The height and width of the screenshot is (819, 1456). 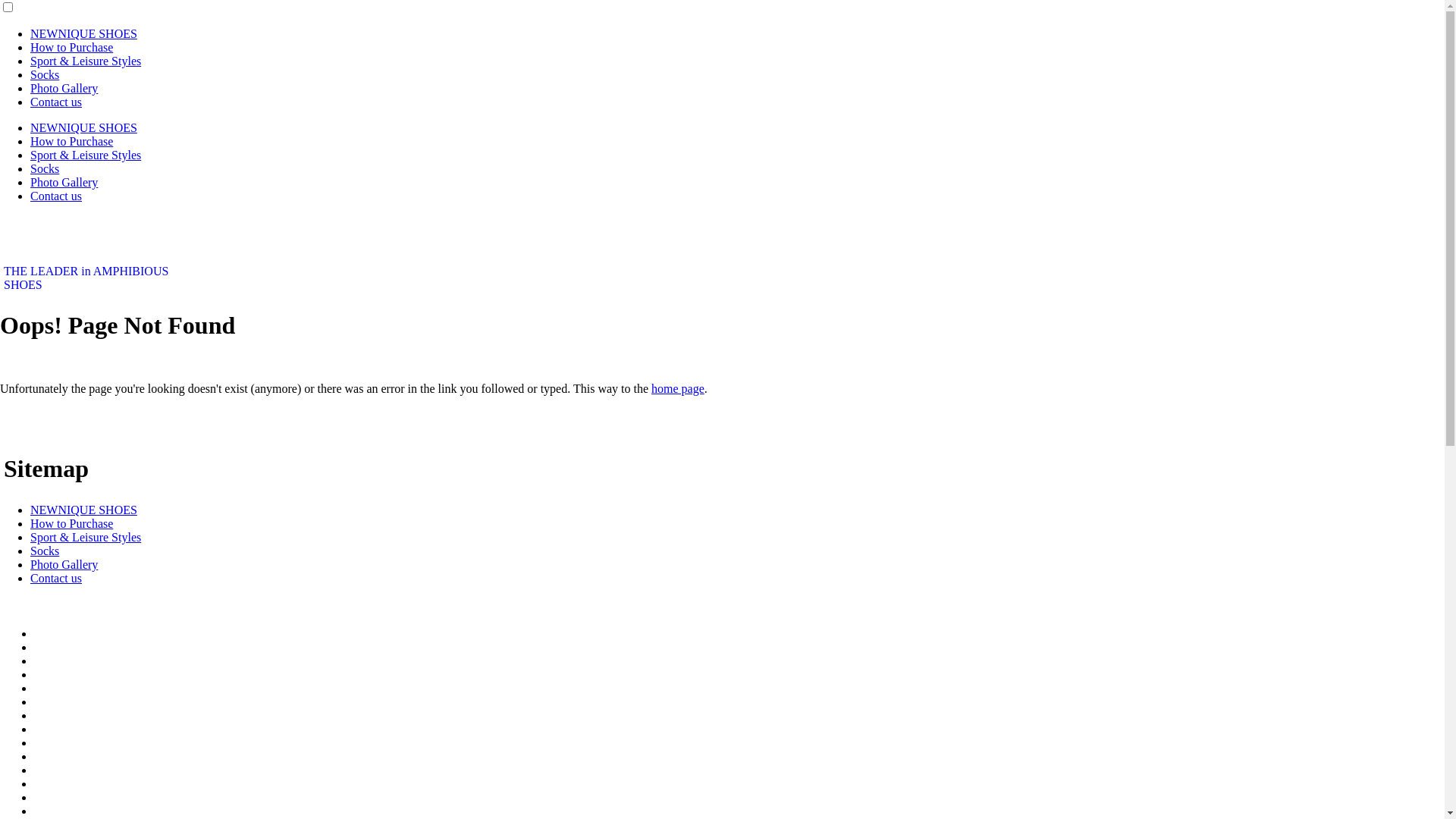 I want to click on 'Sport & Leisure Styles', so click(x=85, y=60).